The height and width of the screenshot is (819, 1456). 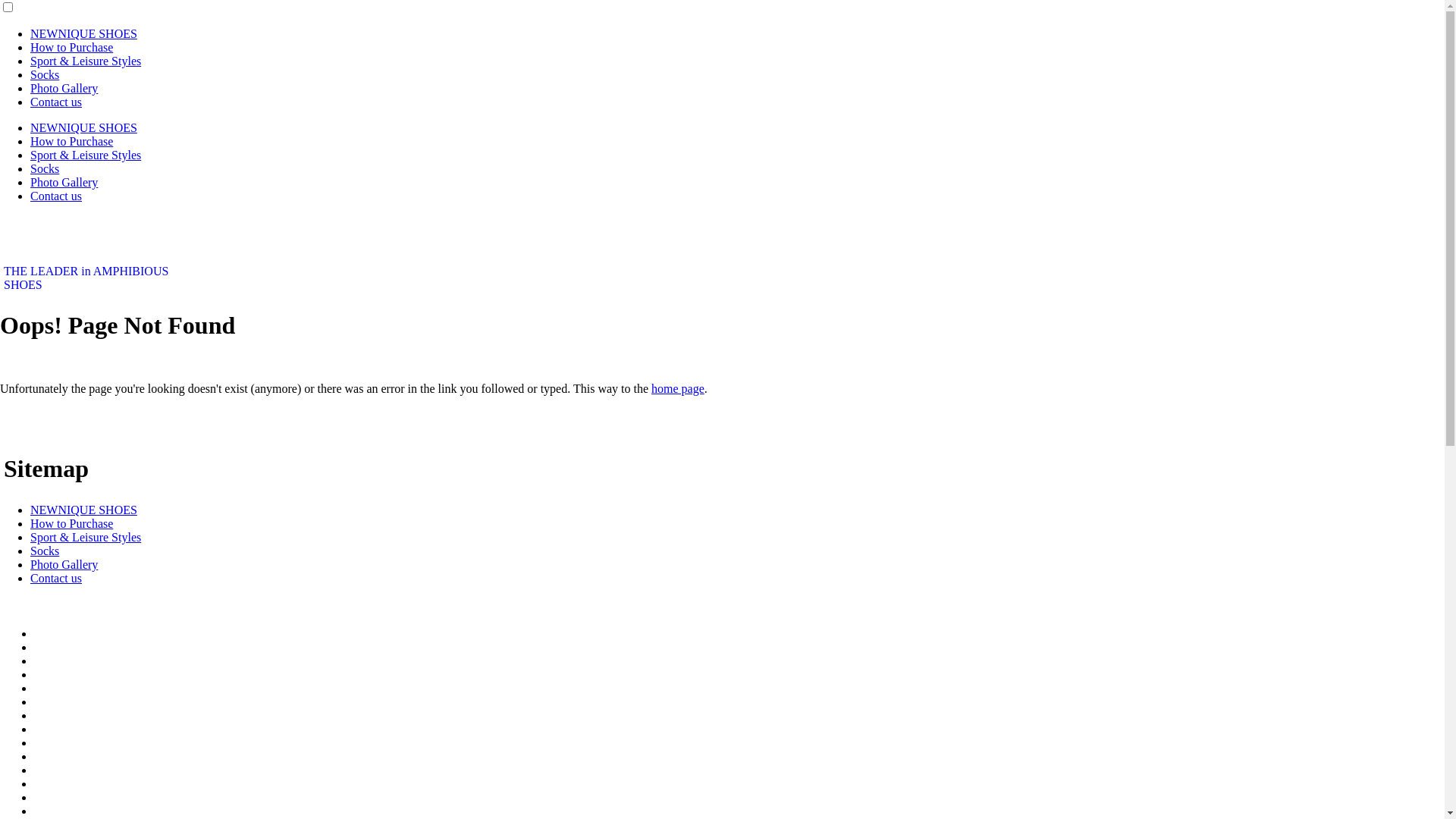 I want to click on 'Sport & Leisure Styles', so click(x=85, y=60).